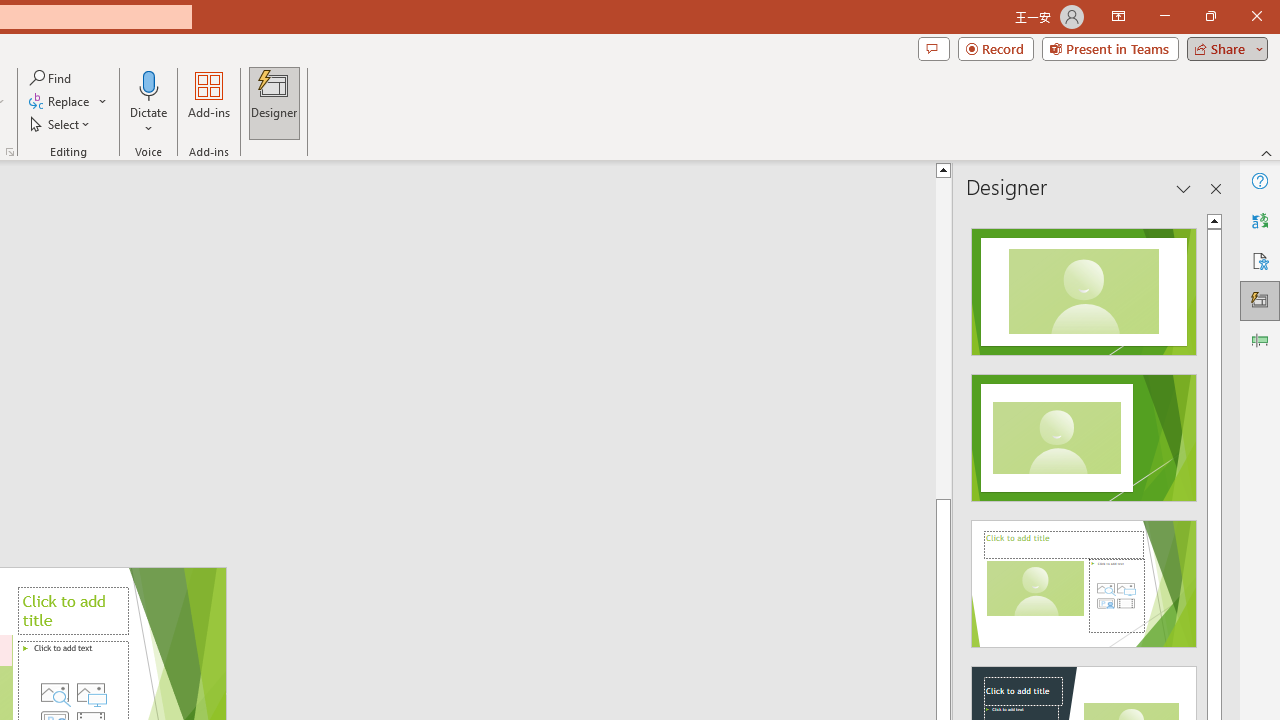  What do you see at coordinates (1259, 339) in the screenshot?
I see `'Animation Pane'` at bounding box center [1259, 339].